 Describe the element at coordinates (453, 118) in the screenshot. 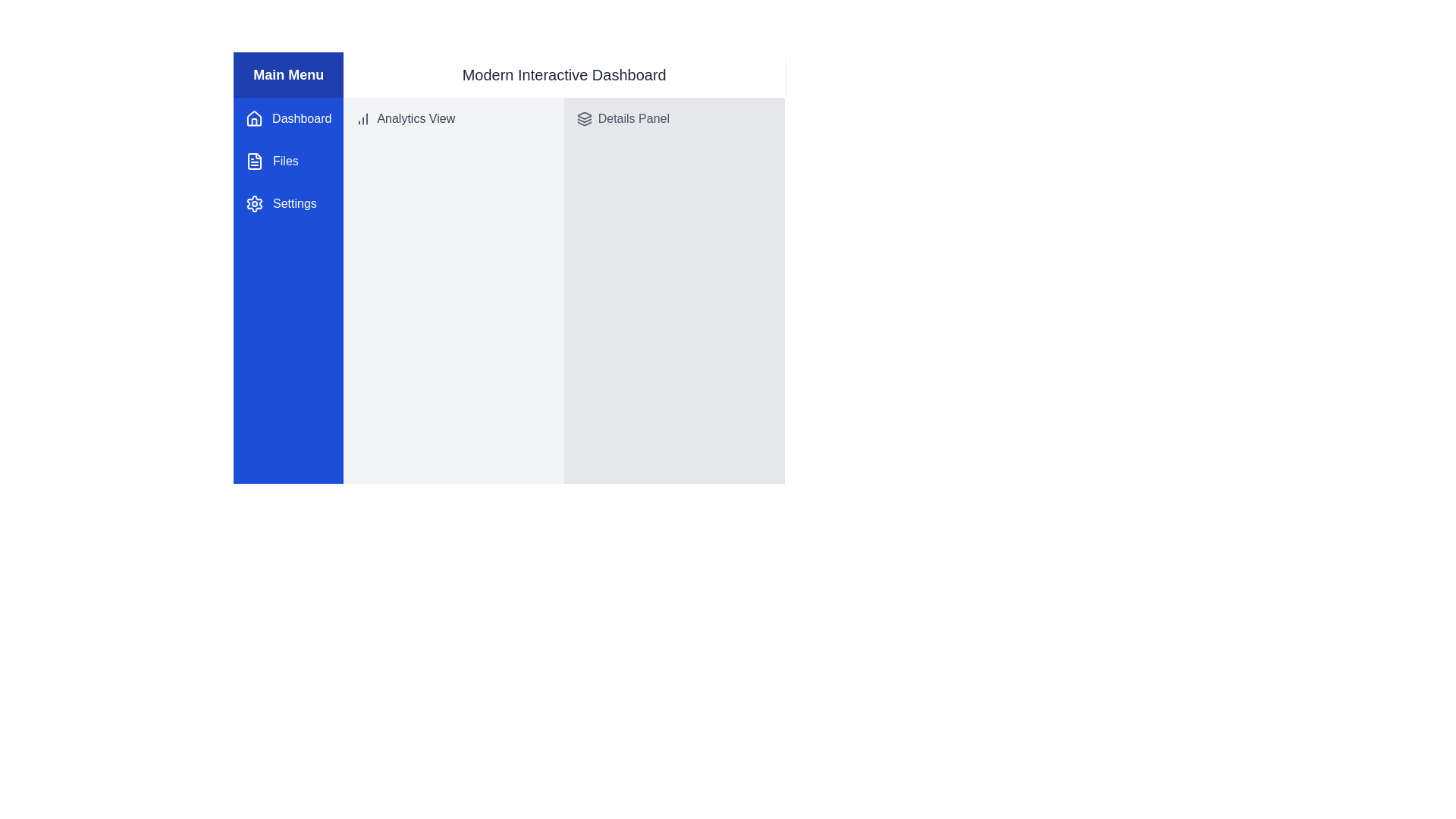

I see `the 'Analytics View' text with a bar chart icon located in the left panel just below the 'Main Menu' header` at that location.